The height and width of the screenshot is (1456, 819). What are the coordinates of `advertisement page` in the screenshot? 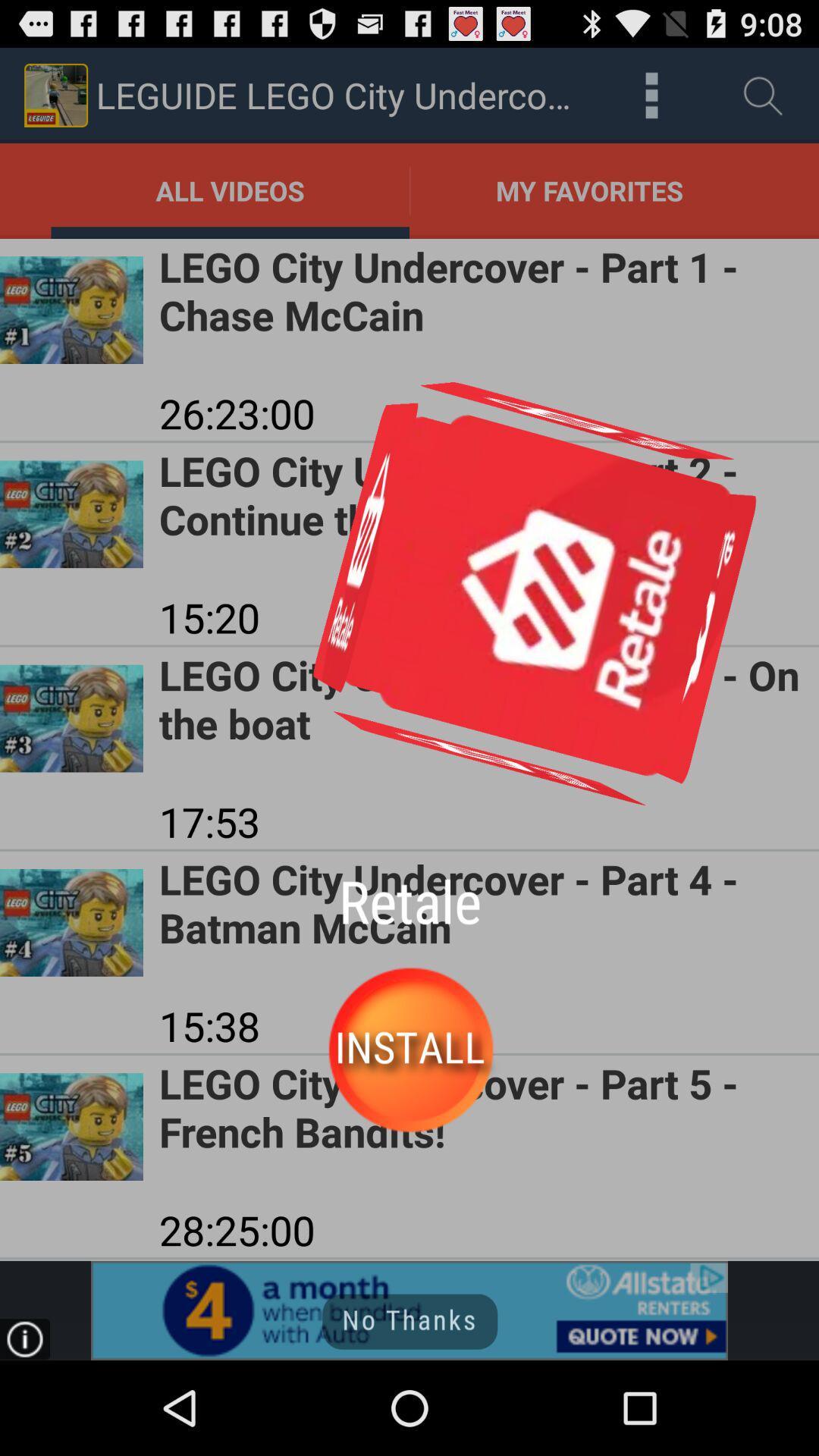 It's located at (409, 1310).